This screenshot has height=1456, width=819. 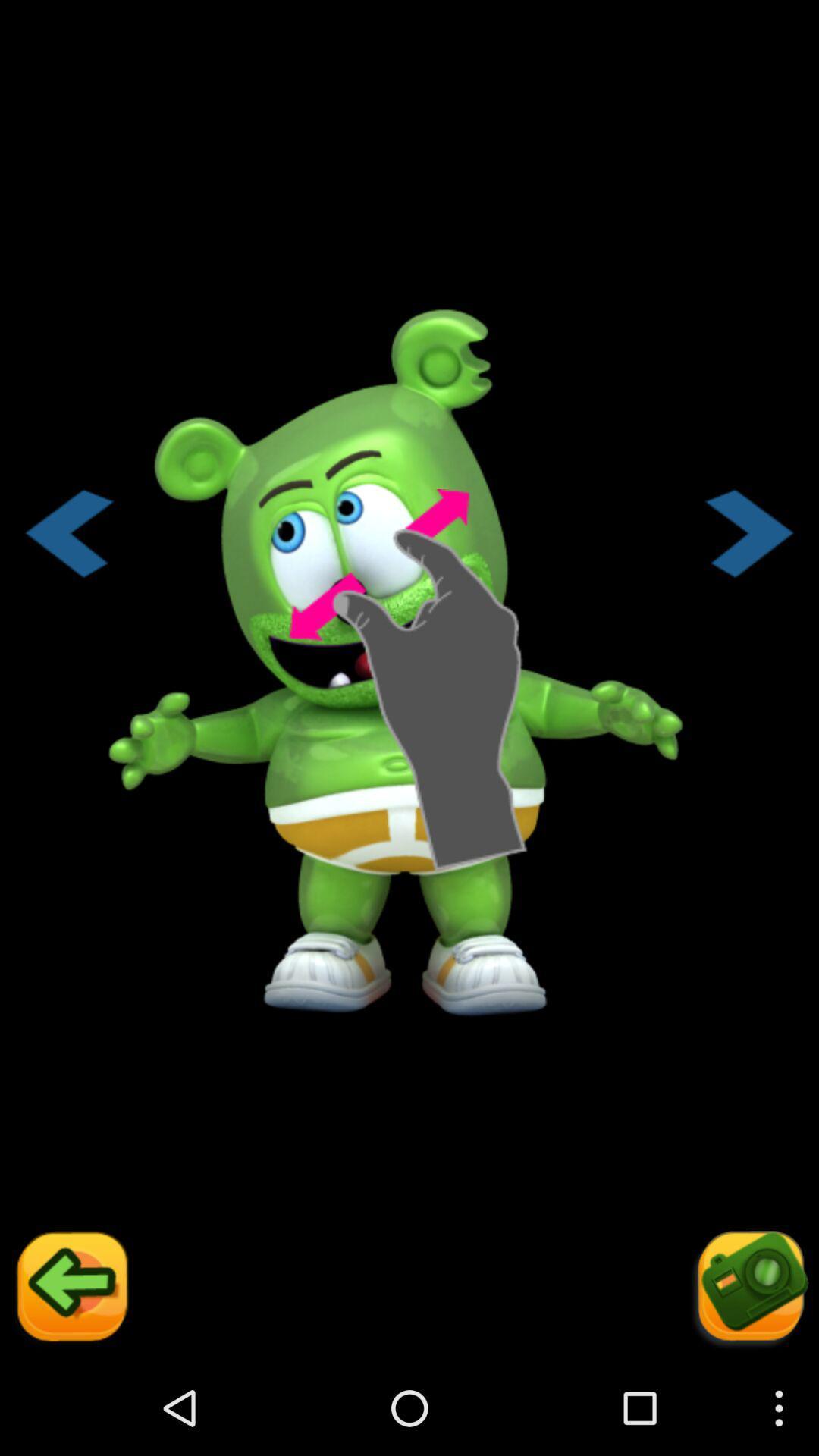 I want to click on the arrow_backward icon, so click(x=68, y=570).